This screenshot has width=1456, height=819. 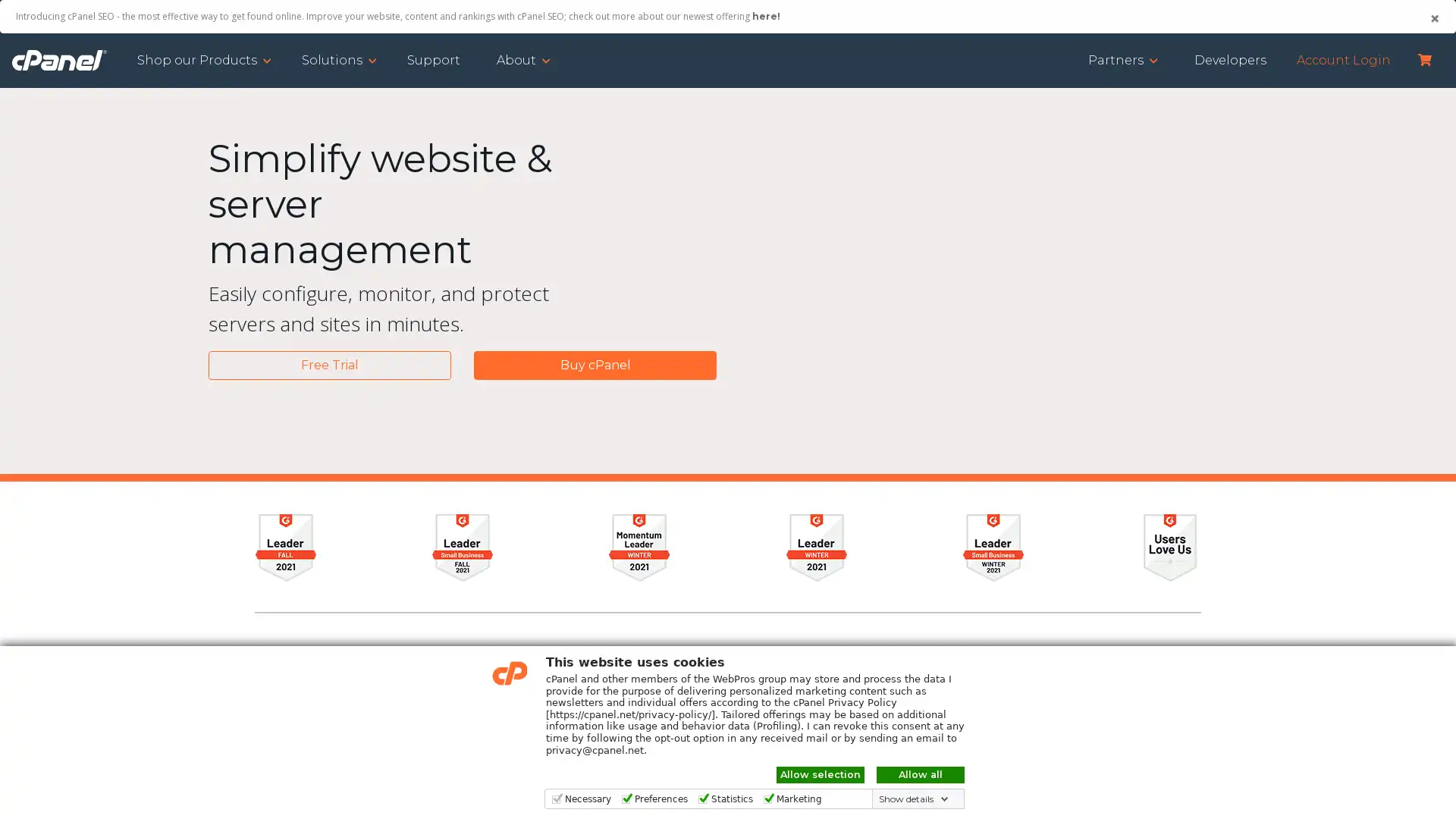 I want to click on Close, so click(x=1433, y=18).